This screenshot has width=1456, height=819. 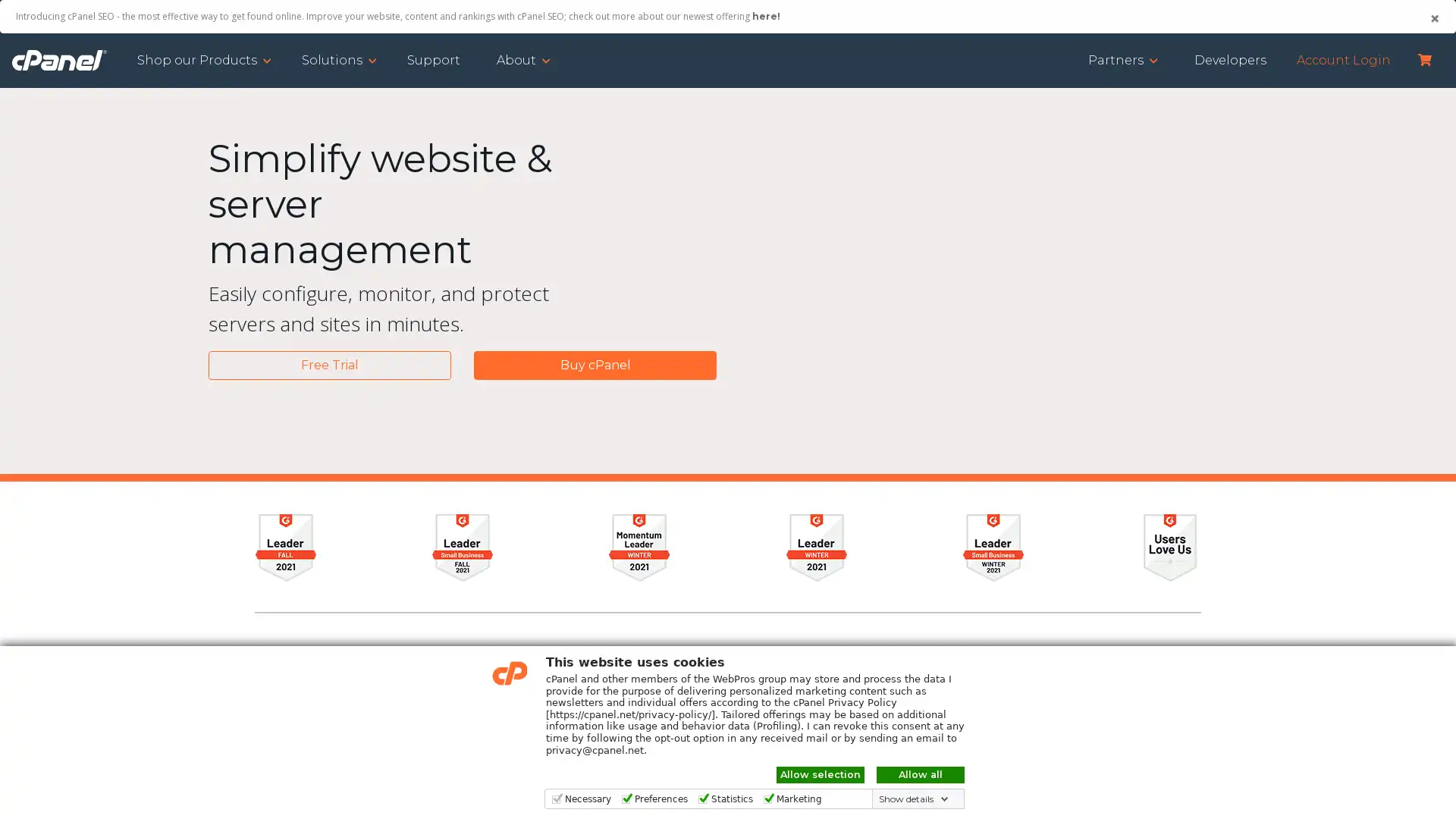 I want to click on Close, so click(x=1433, y=18).